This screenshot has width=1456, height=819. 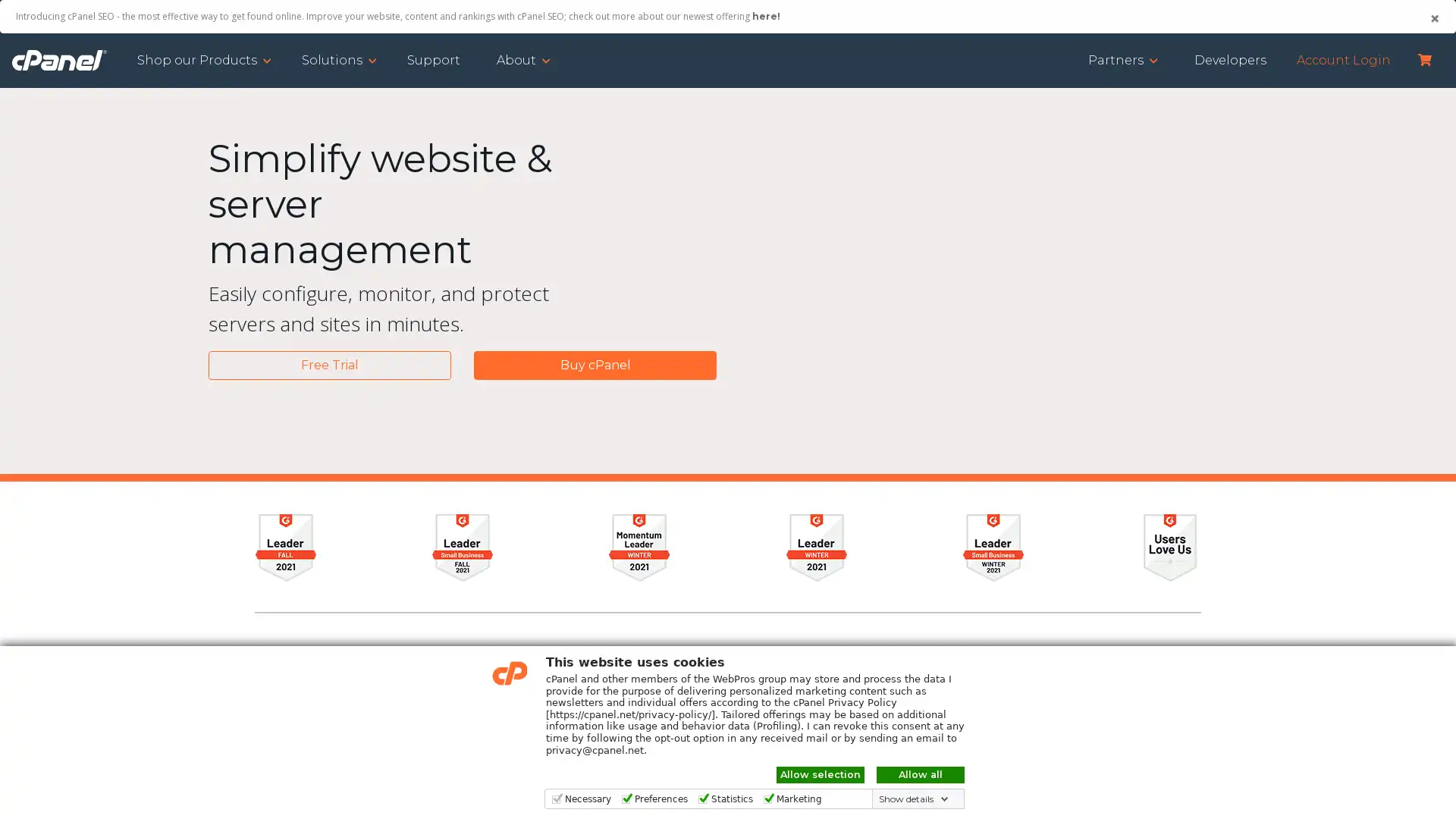 I want to click on Close, so click(x=1433, y=18).